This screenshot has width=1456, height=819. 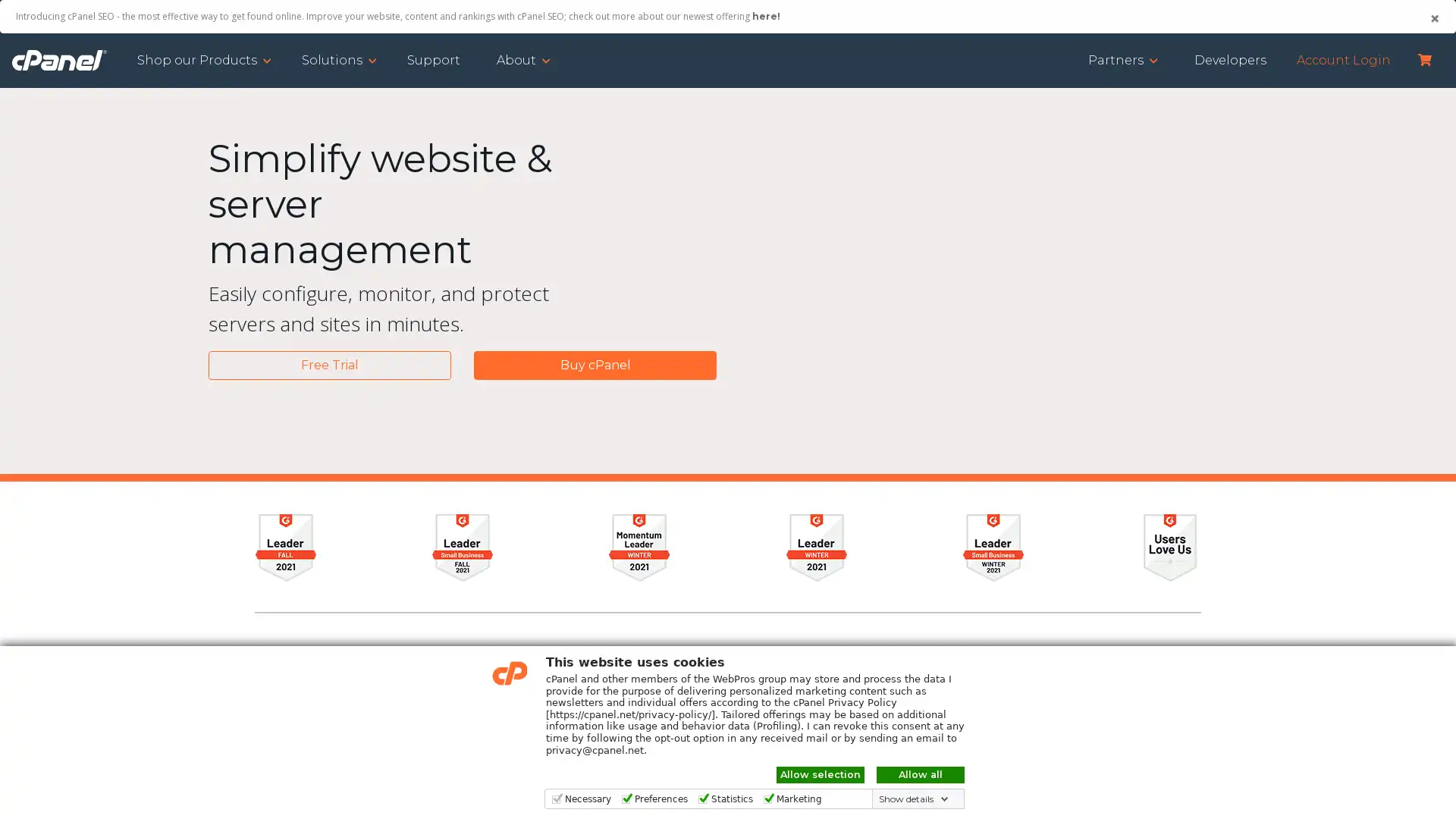 I want to click on Close, so click(x=1433, y=18).